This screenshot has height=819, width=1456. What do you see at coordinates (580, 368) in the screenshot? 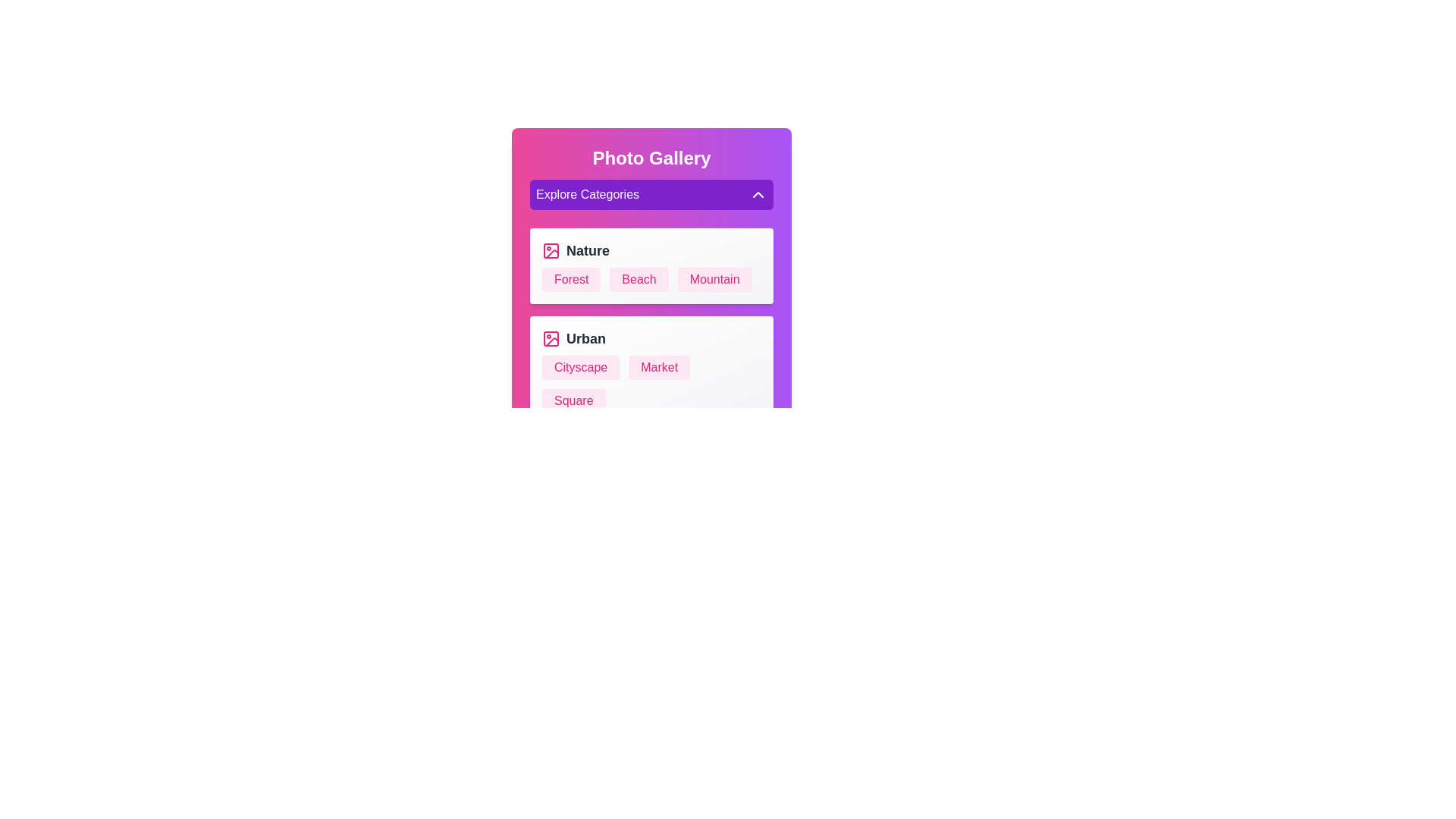
I see `the text element labeled 'Cityscape' to select it` at bounding box center [580, 368].